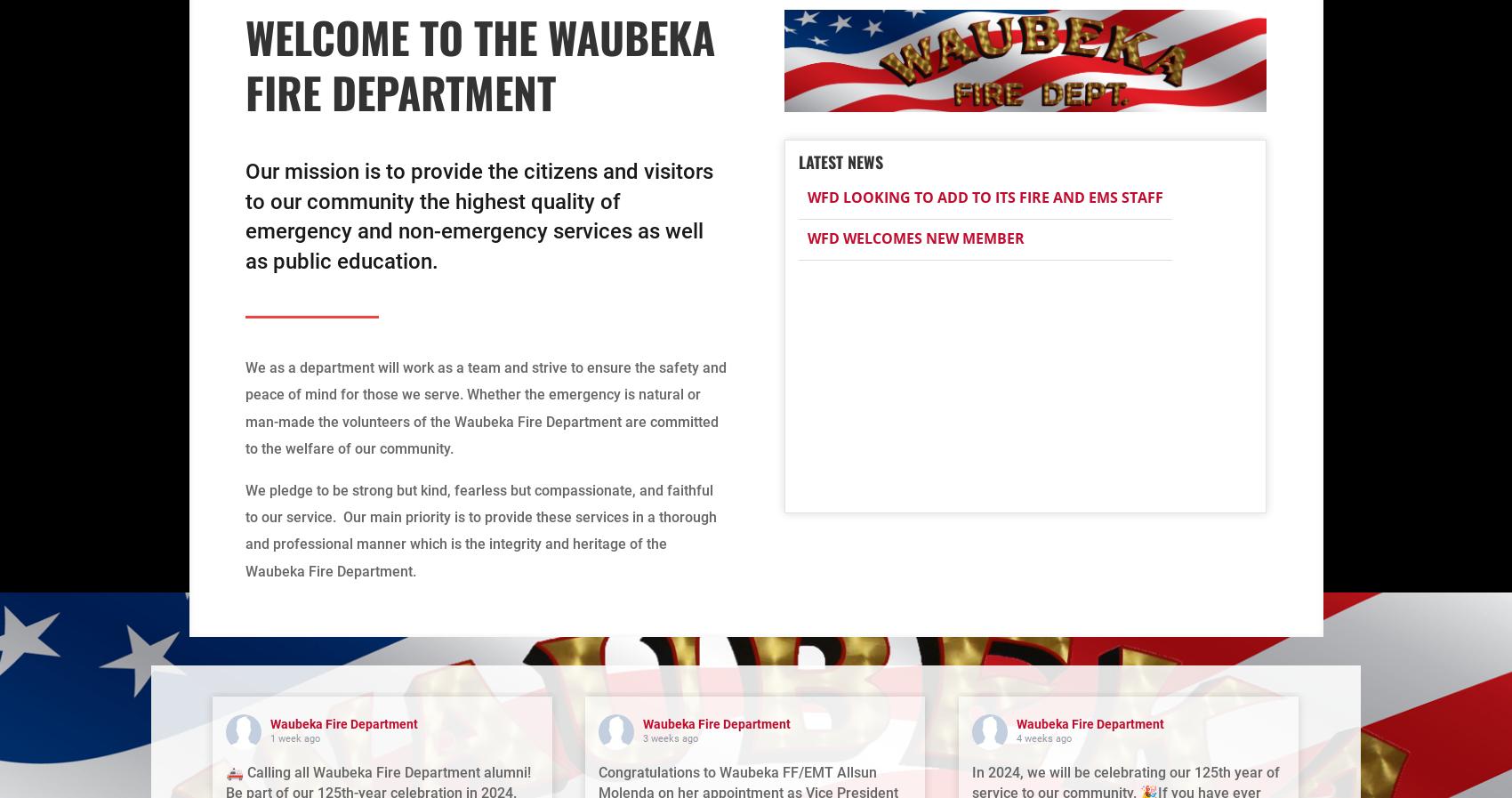 This screenshot has width=1512, height=798. I want to click on 'We pledge to be strong but kind, fearless but compassionate, and faithful to our service.  Our main priority is to provide these services in a thorough and professional manner which is the integrity and heritage of the Waubeka Fire Department.', so click(479, 529).